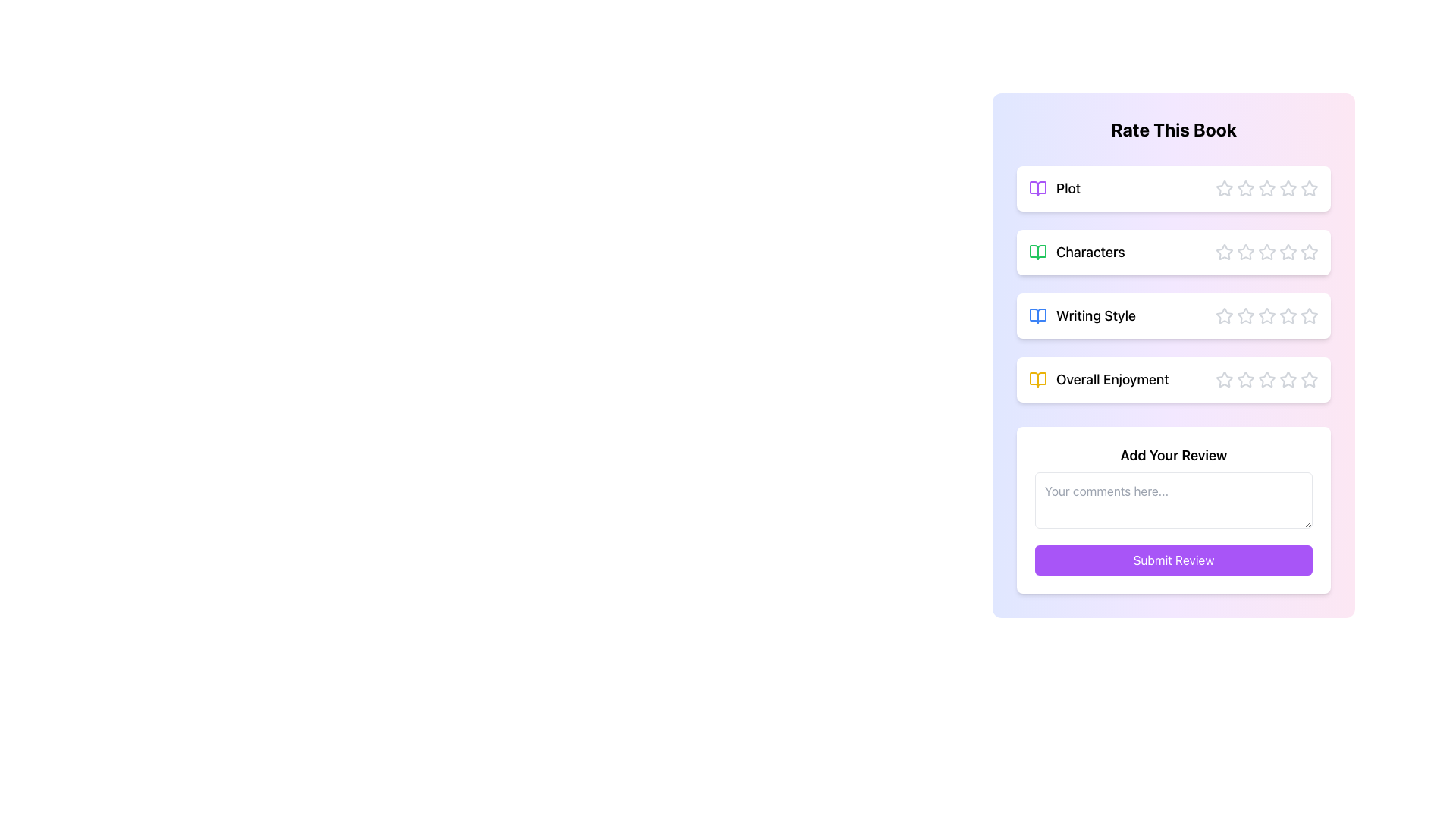 The image size is (1456, 819). What do you see at coordinates (1037, 379) in the screenshot?
I see `the icon representing the 'Overall Enjoyment' category, located in the fourth rating section, to visually highlight it` at bounding box center [1037, 379].